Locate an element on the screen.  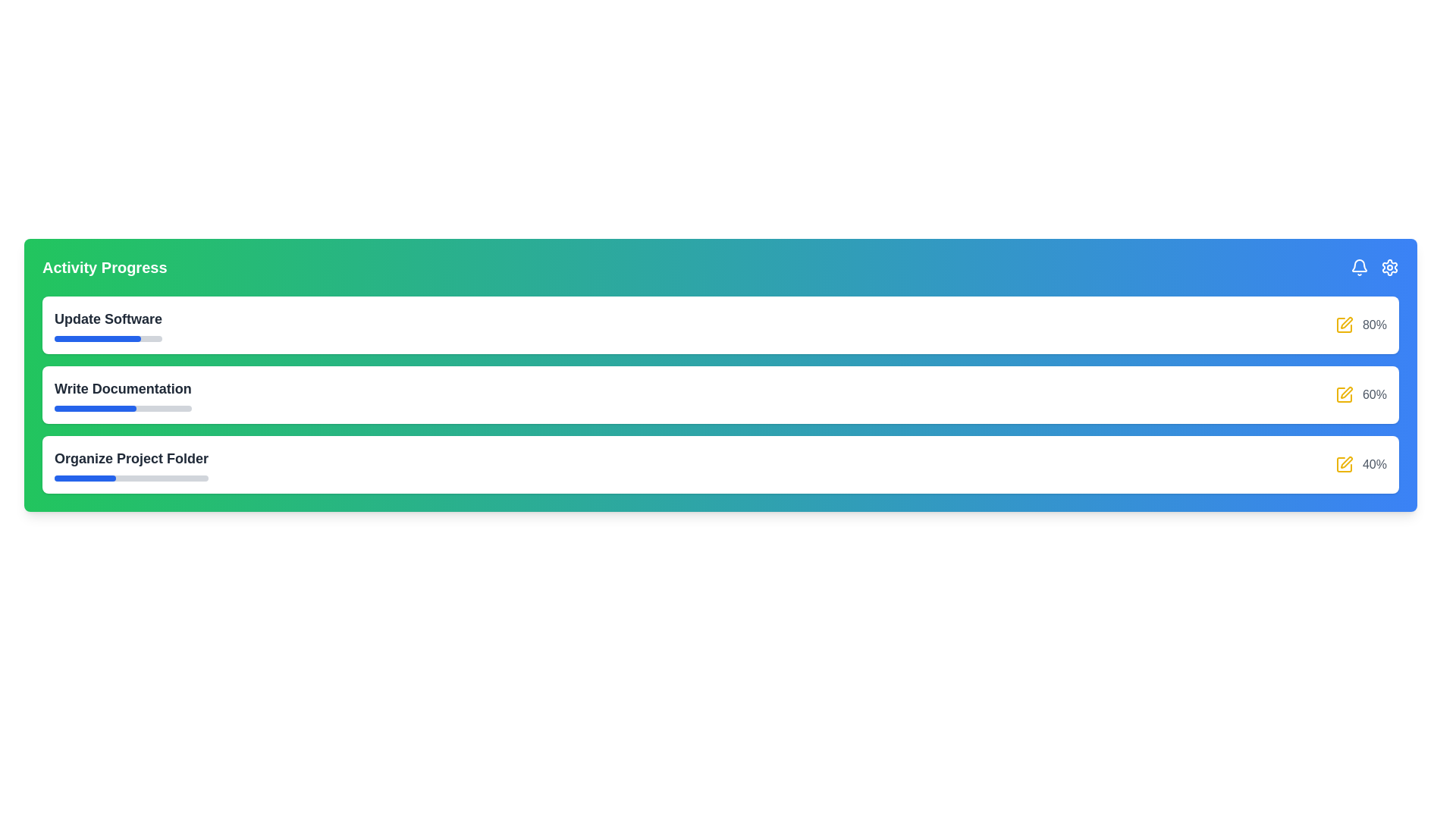
the text display showing the percentage completion of the 'Organize Project Folder' progress bar, located to the right of the yellow edit icon is located at coordinates (1375, 464).